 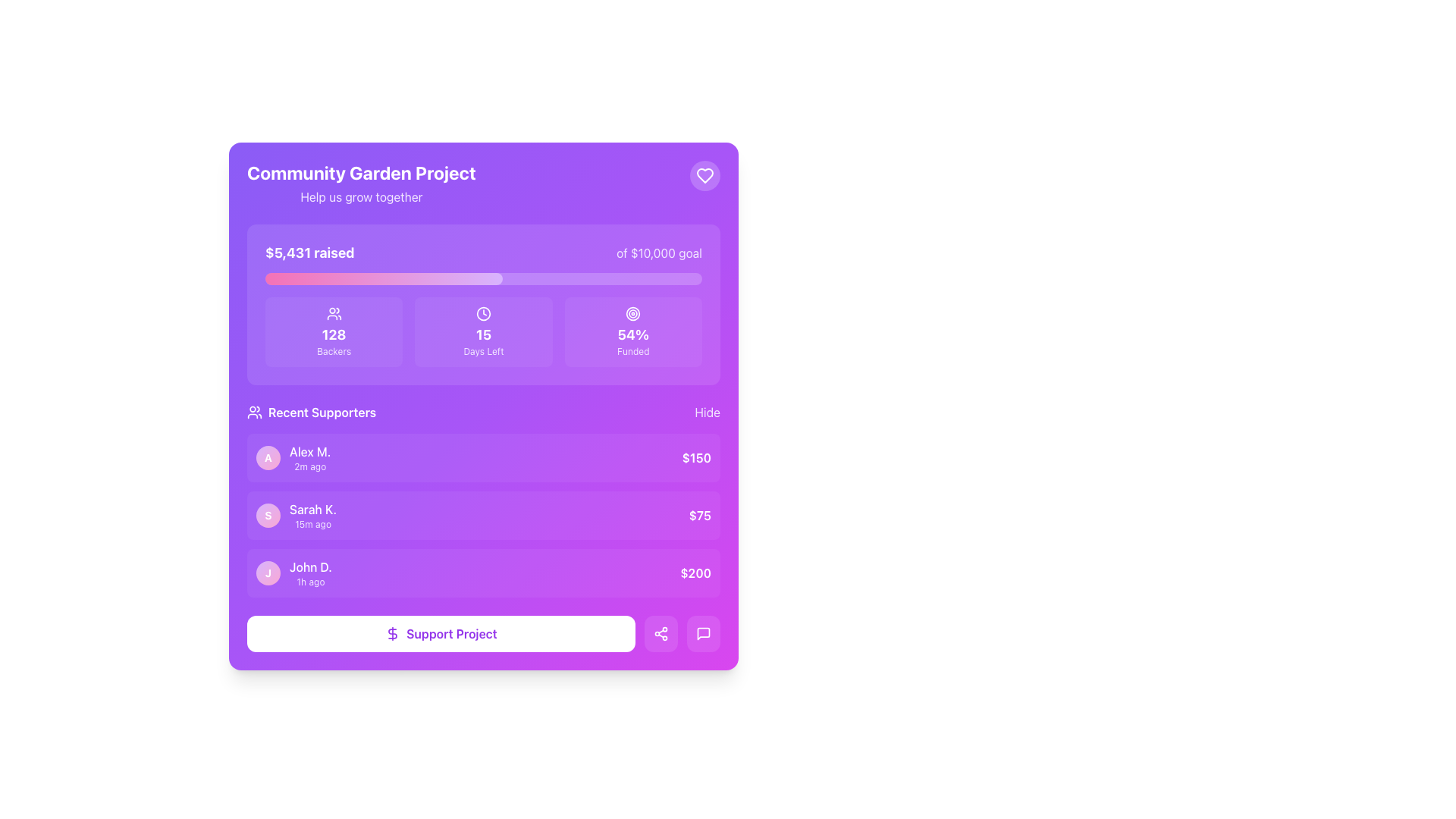 I want to click on the user's name, so click(x=309, y=573).